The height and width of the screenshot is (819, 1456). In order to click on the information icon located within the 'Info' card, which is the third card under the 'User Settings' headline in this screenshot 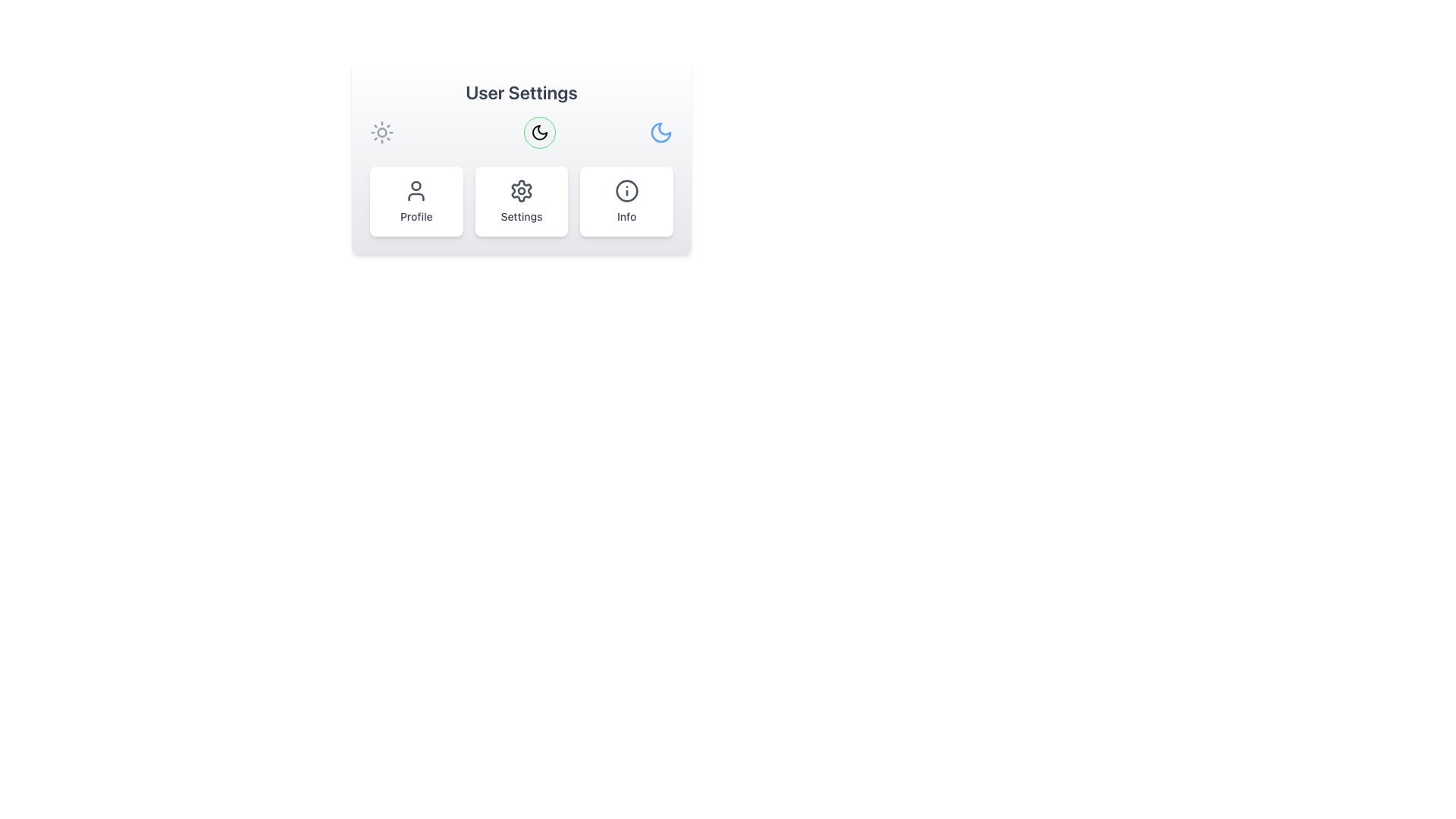, I will do `click(626, 190)`.